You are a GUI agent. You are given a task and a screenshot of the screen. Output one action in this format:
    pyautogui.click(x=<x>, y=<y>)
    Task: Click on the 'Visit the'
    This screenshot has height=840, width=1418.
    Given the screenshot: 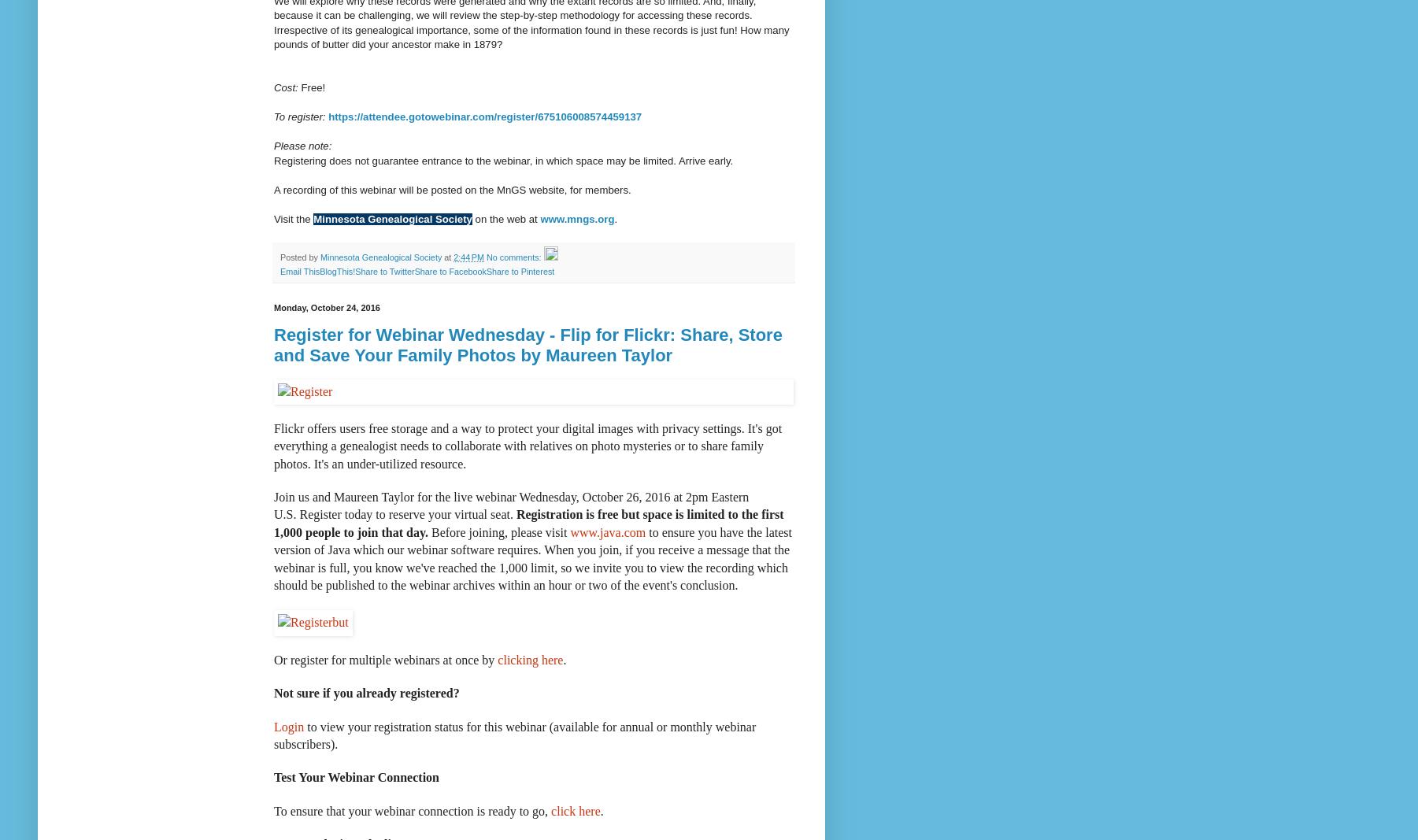 What is the action you would take?
    pyautogui.click(x=293, y=218)
    